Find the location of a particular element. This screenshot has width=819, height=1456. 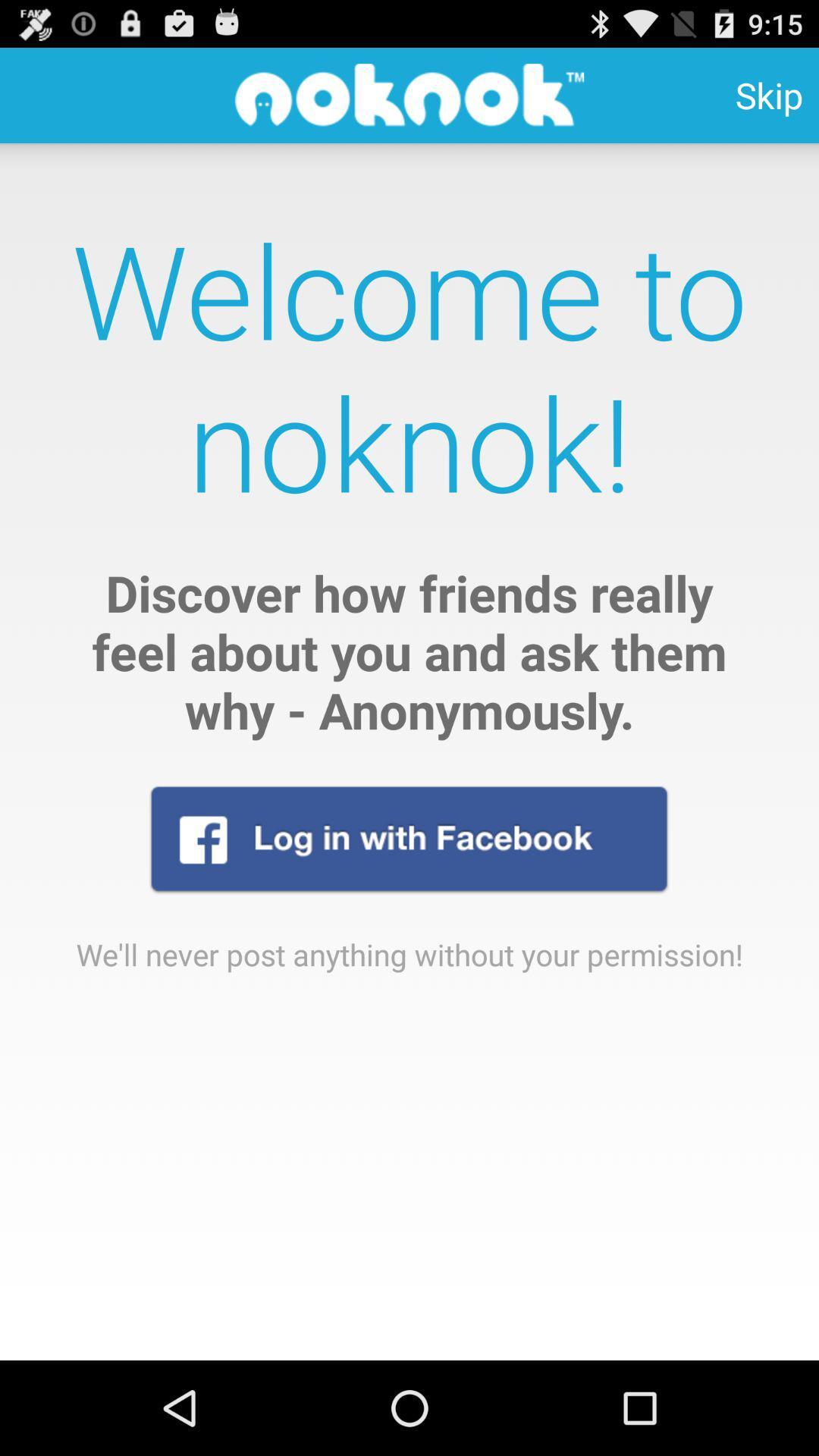

the skip icon is located at coordinates (769, 94).